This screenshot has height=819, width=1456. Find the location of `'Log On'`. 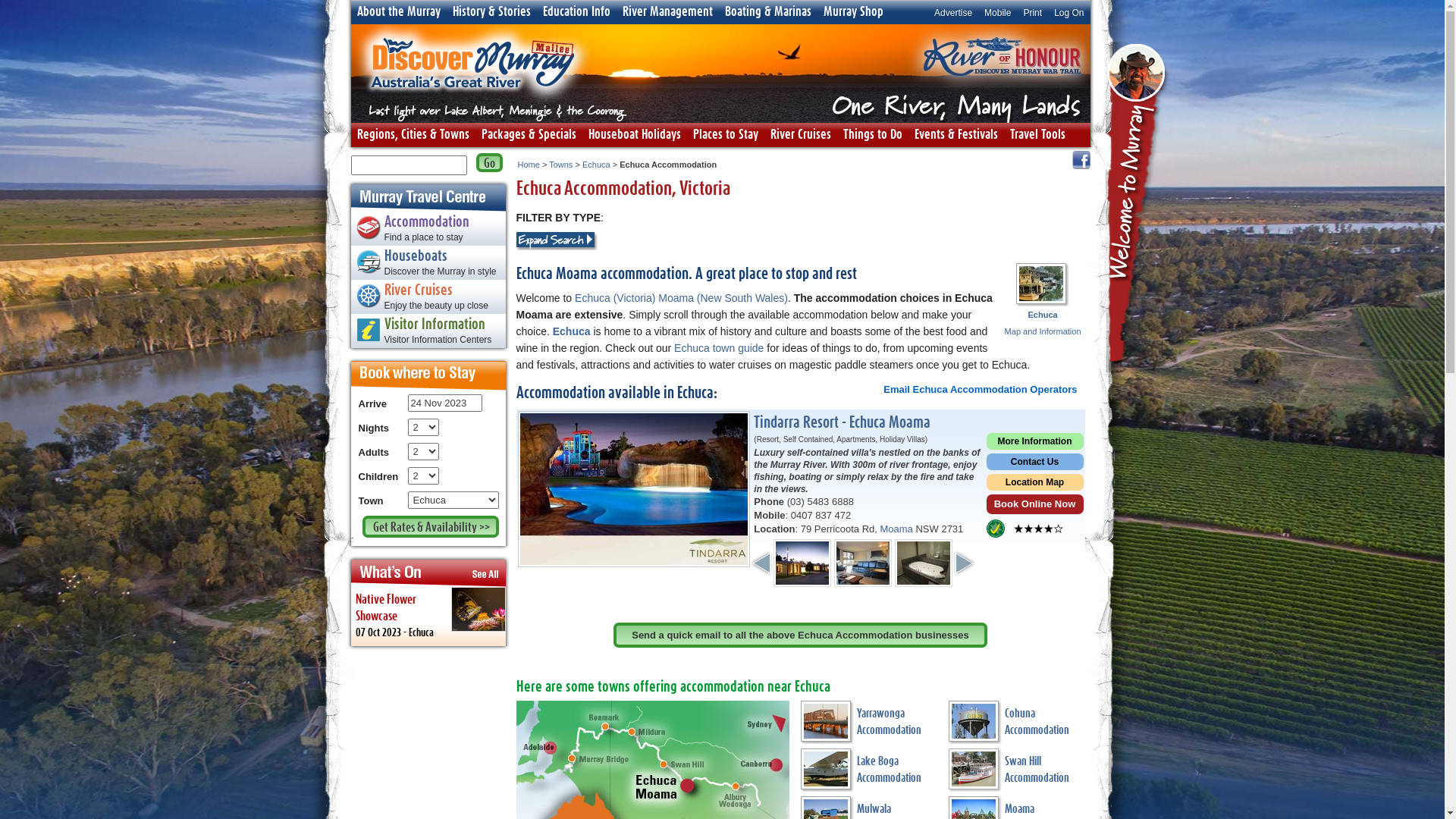

'Log On' is located at coordinates (1068, 11).